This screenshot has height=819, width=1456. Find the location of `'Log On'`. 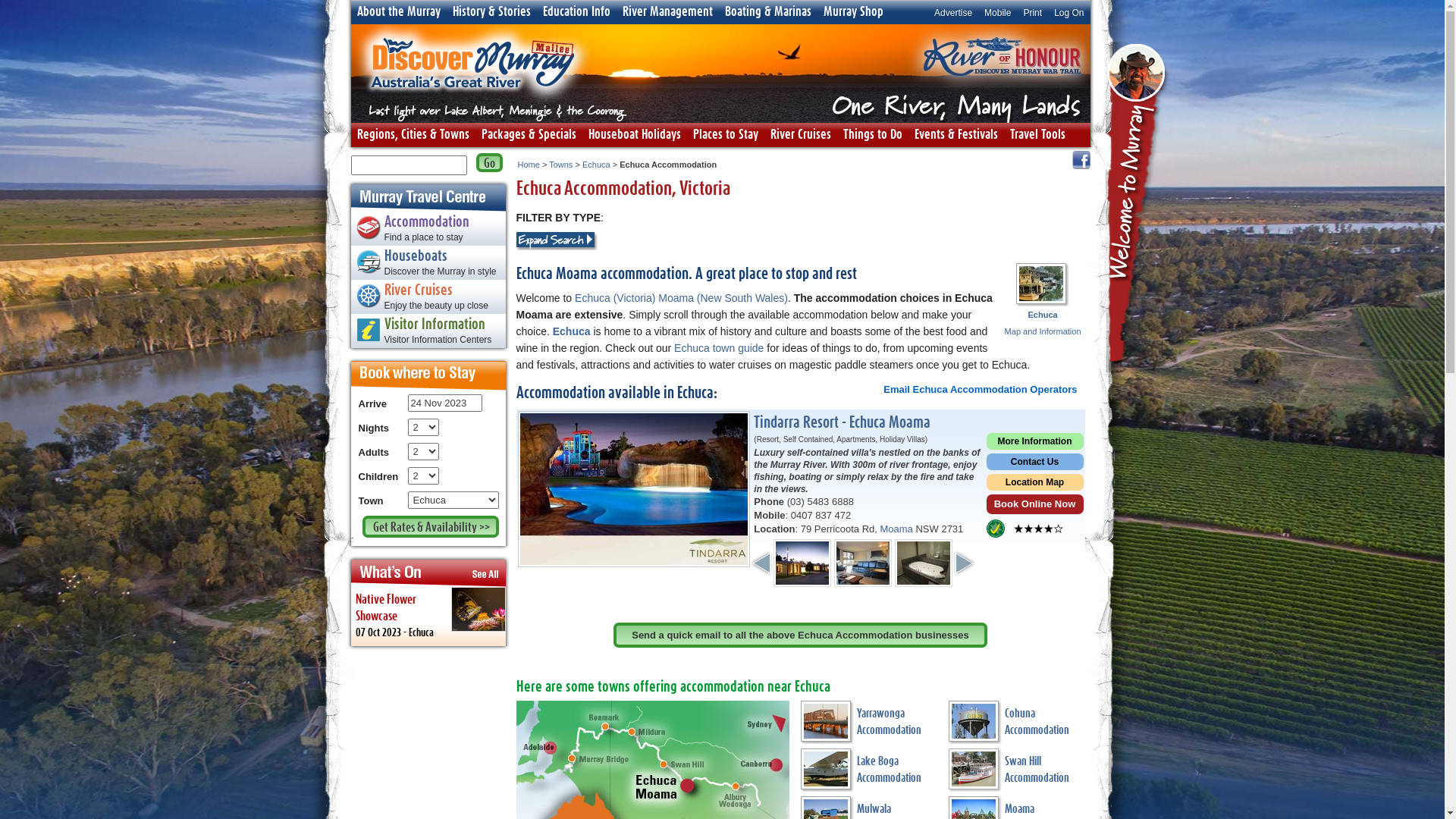

'Log On' is located at coordinates (1068, 11).